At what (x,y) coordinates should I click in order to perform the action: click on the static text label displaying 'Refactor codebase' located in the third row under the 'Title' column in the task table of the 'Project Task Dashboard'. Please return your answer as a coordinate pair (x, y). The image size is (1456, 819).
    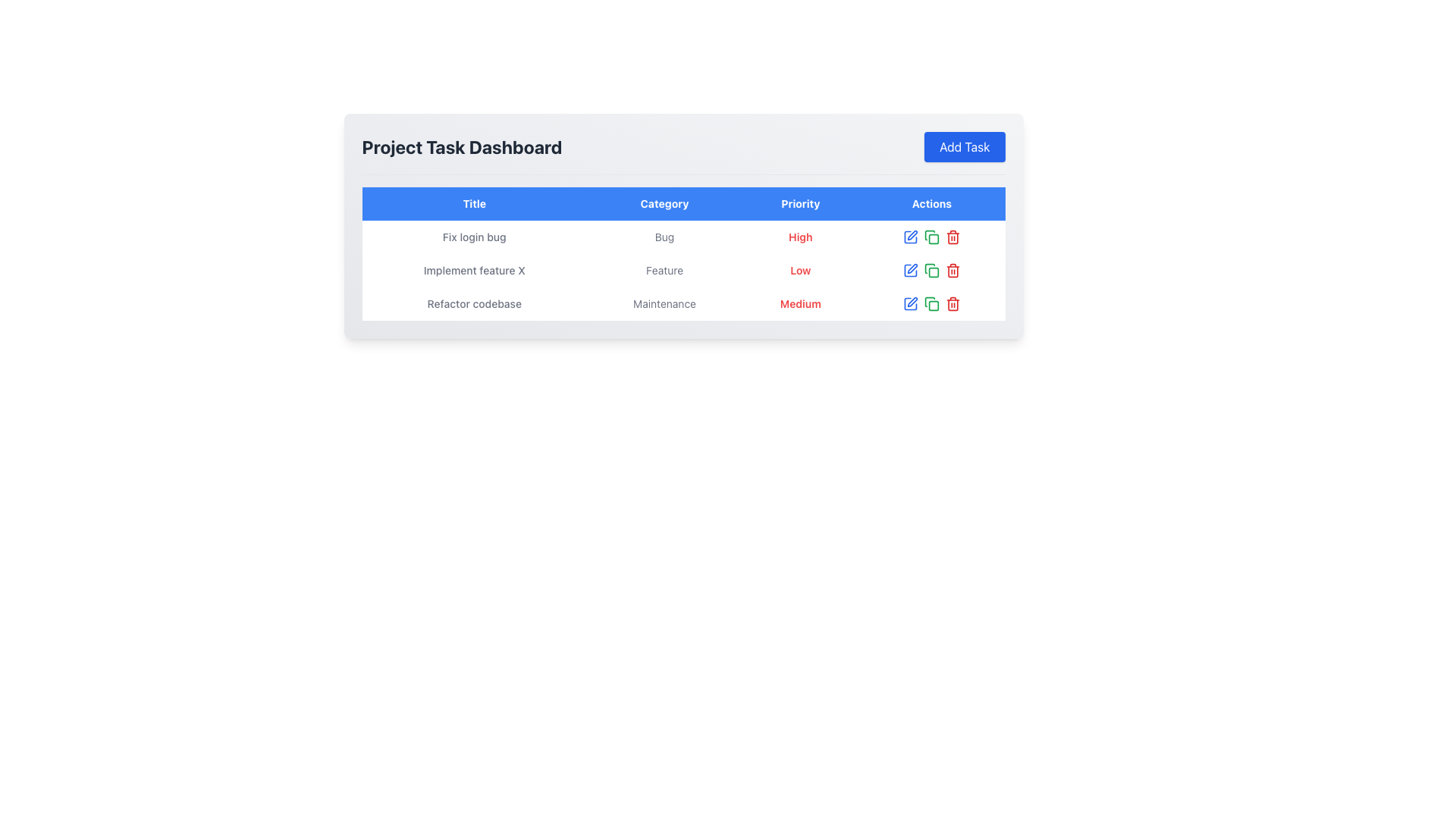
    Looking at the image, I should click on (473, 304).